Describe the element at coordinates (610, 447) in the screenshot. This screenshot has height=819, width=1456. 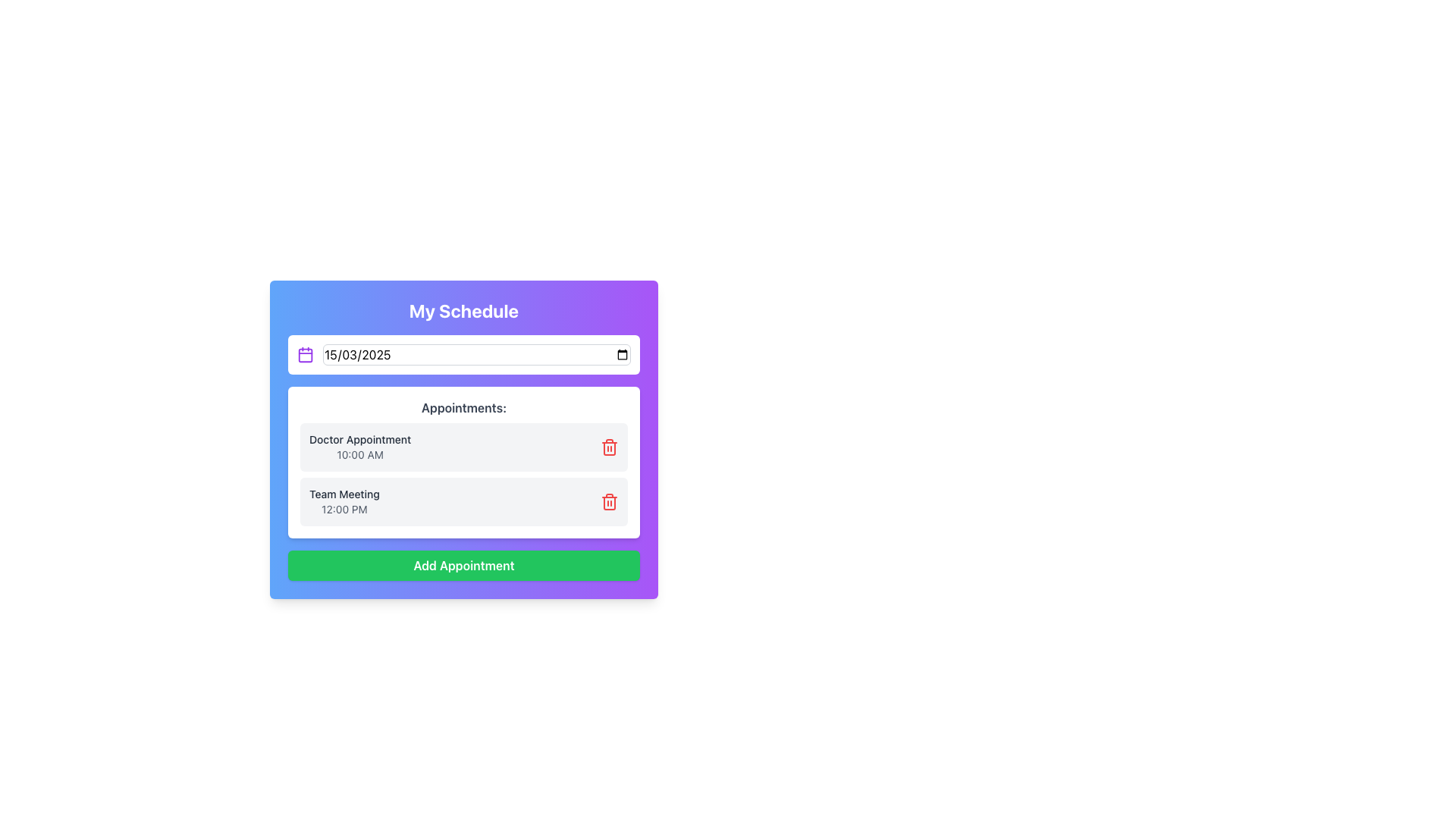
I see `the deletion icon button located on the far right of the 'Doctor Appointment' item` at that location.